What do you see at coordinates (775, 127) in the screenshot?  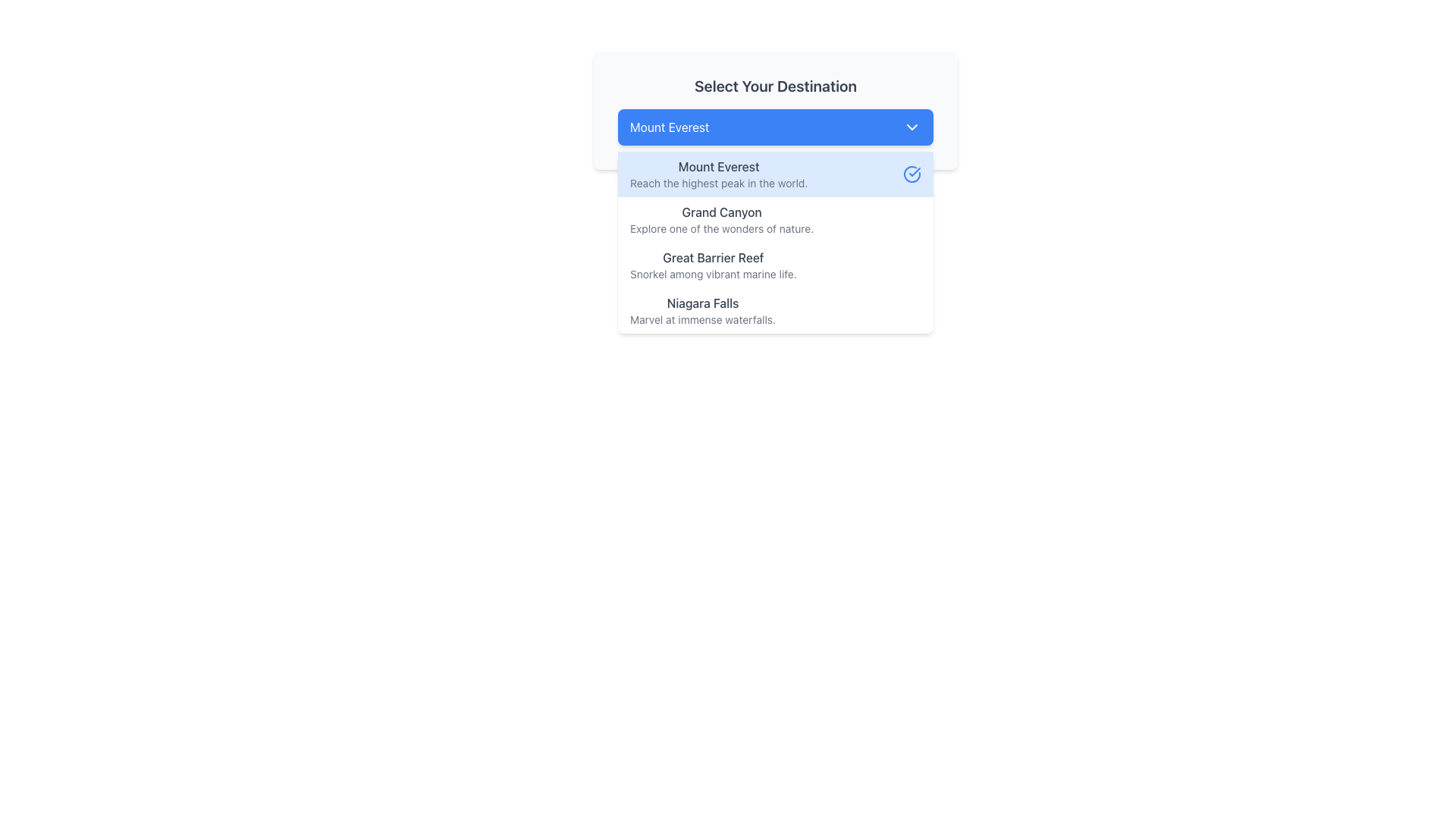 I see `the Dropdown Button labeled 'Mount Everest'` at bounding box center [775, 127].